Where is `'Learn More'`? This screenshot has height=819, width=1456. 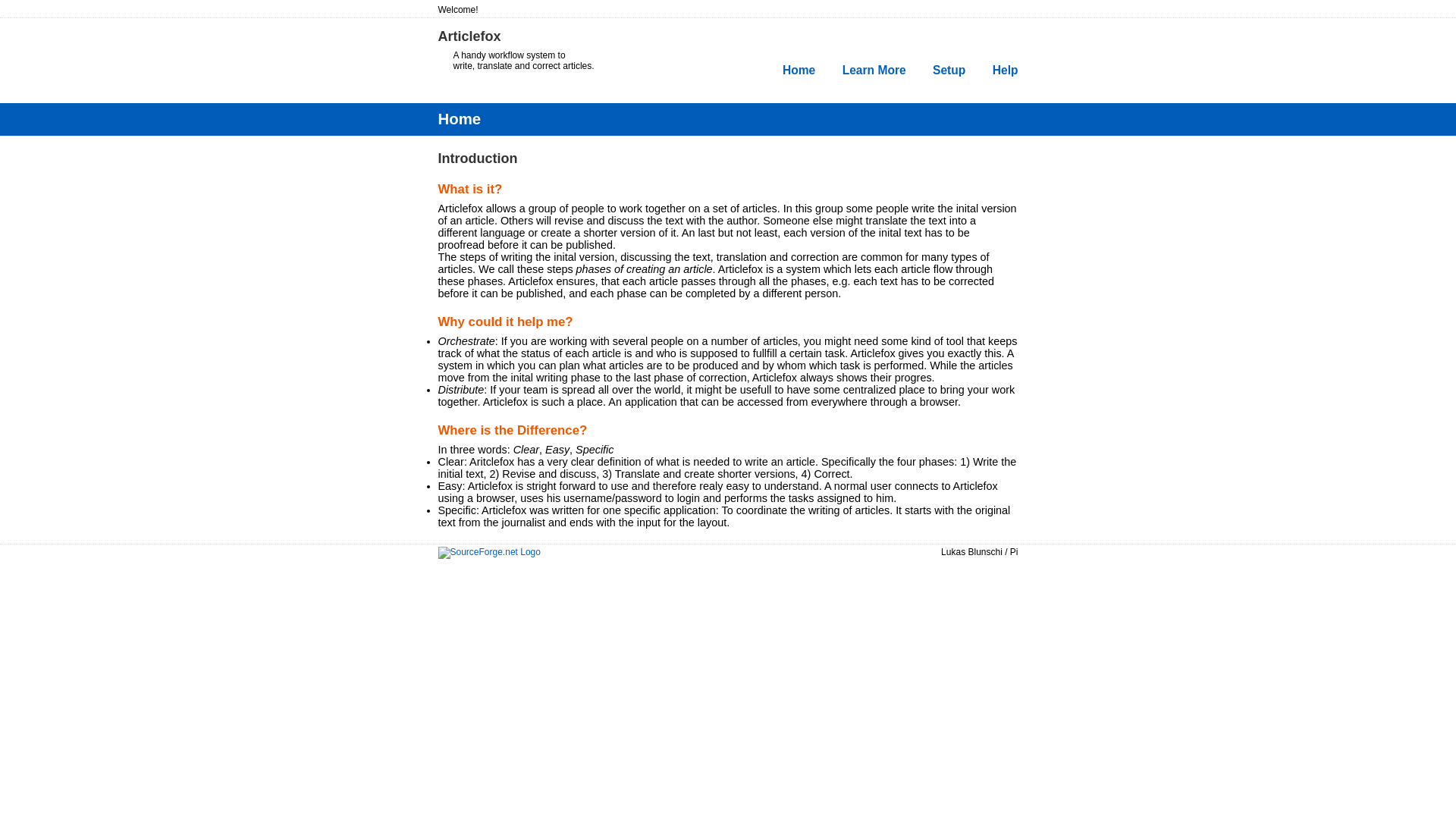
'Learn More' is located at coordinates (874, 70).